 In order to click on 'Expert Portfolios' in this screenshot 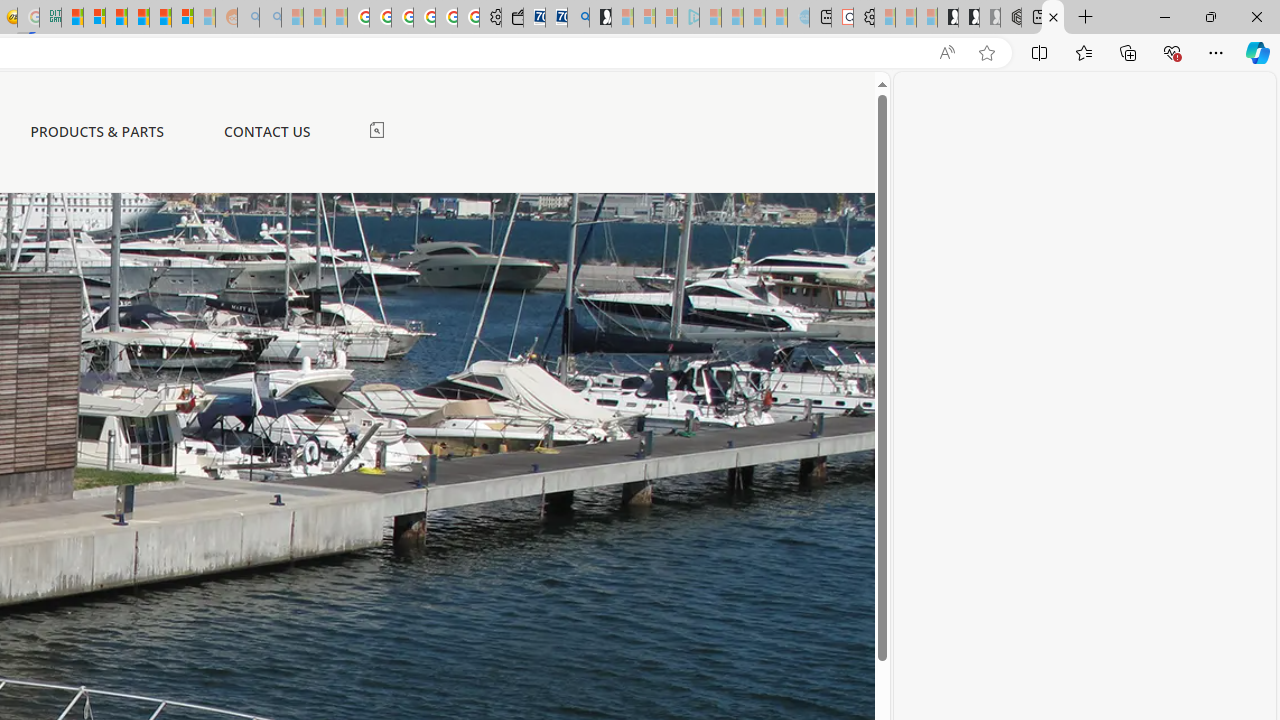, I will do `click(137, 17)`.